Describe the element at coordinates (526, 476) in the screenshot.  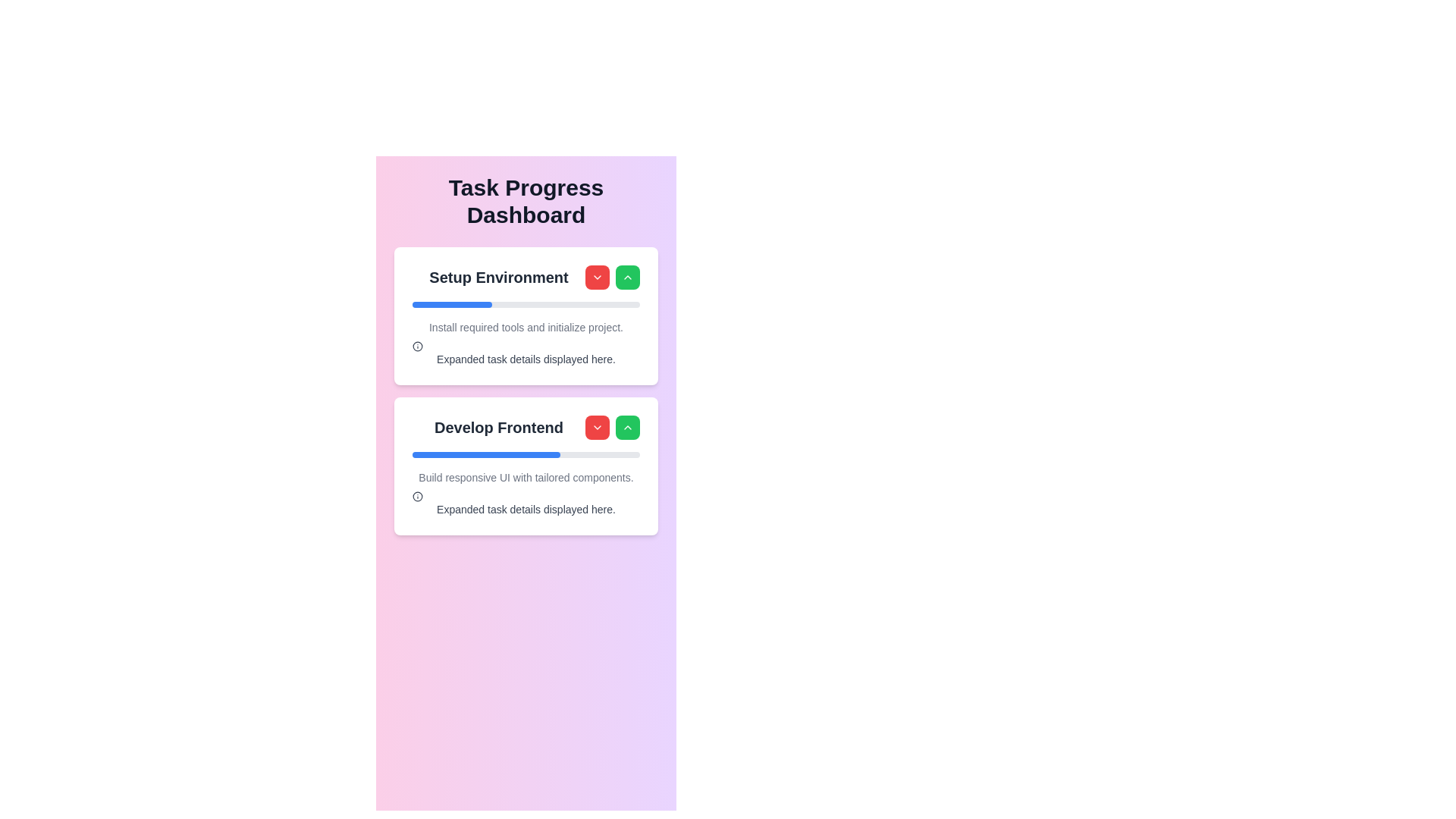
I see `the descriptive text element that provides a brief statement about the associated task or feature, positioned below the title 'Develop Frontend'` at that location.